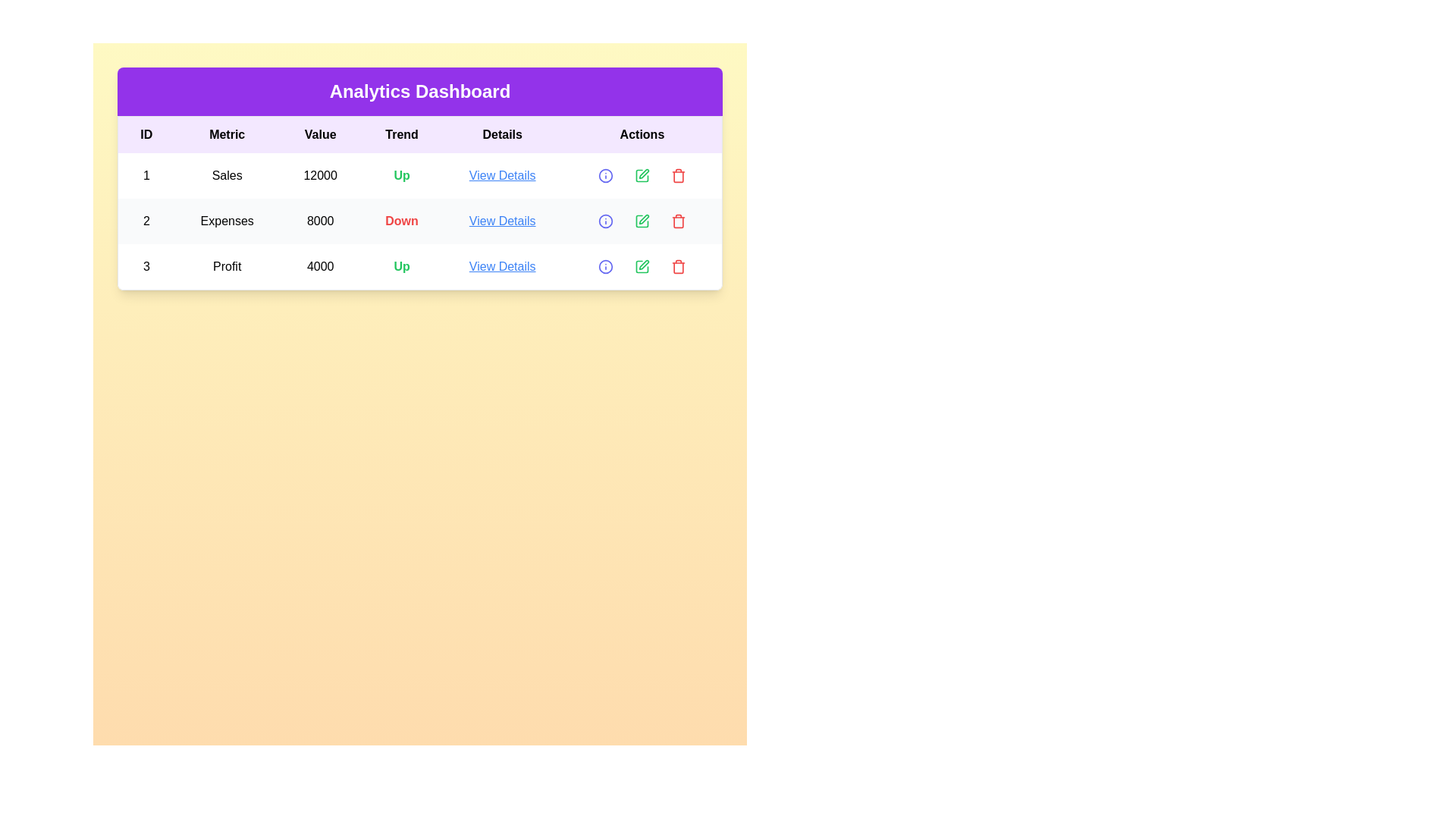 The image size is (1456, 819). I want to click on the table header cell labeled 'Value', which is the third column header in the Analytics Dashboard, positioned between 'Metric' and 'Trend', so click(319, 133).